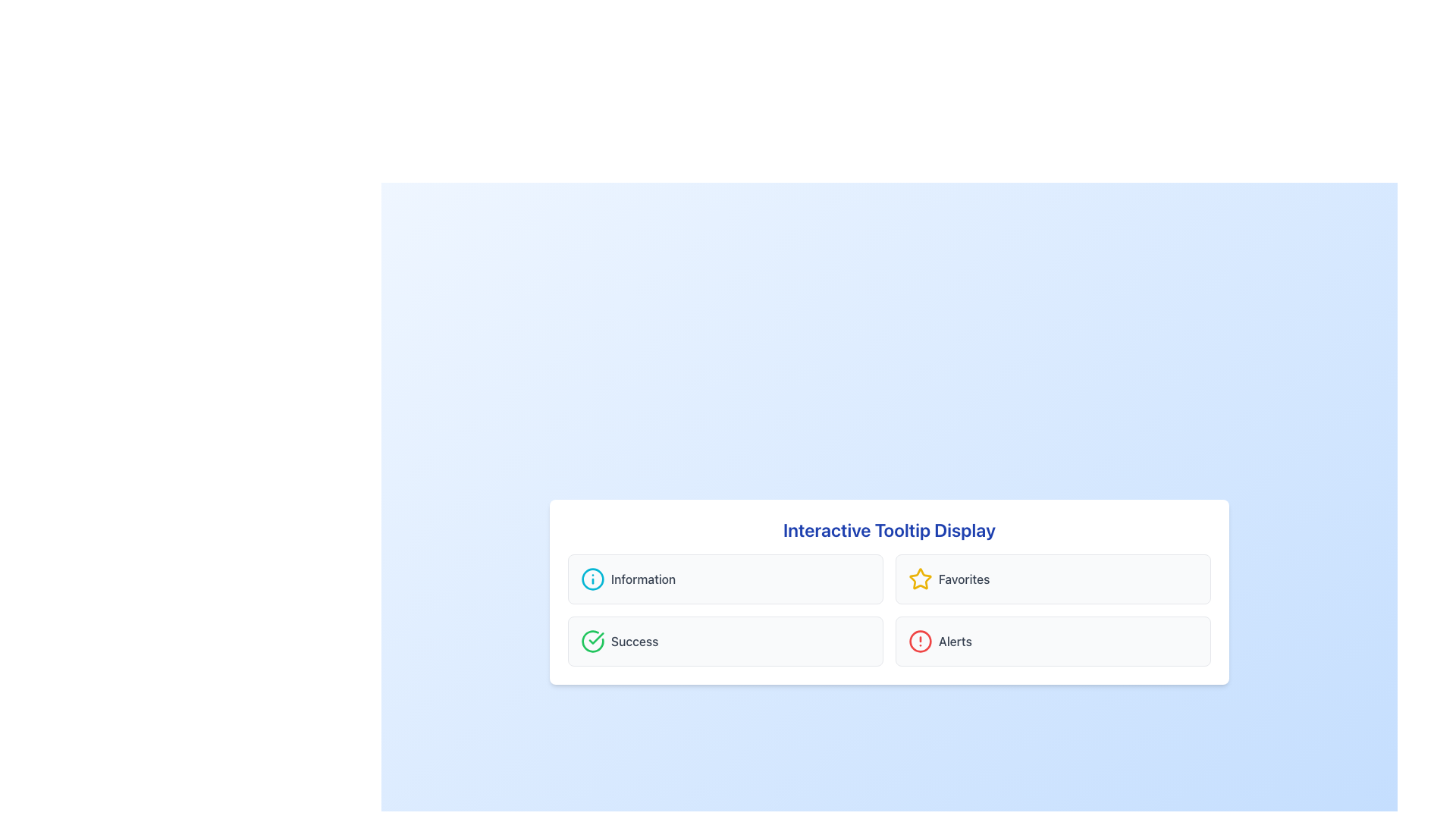 This screenshot has width=1456, height=819. Describe the element at coordinates (592, 579) in the screenshot. I see `the circular icon with a cyan-colored outline and an 'i' symbol inside, located in the top-left cell of a four-cell grid layout adjacent to the 'Information' label` at that location.